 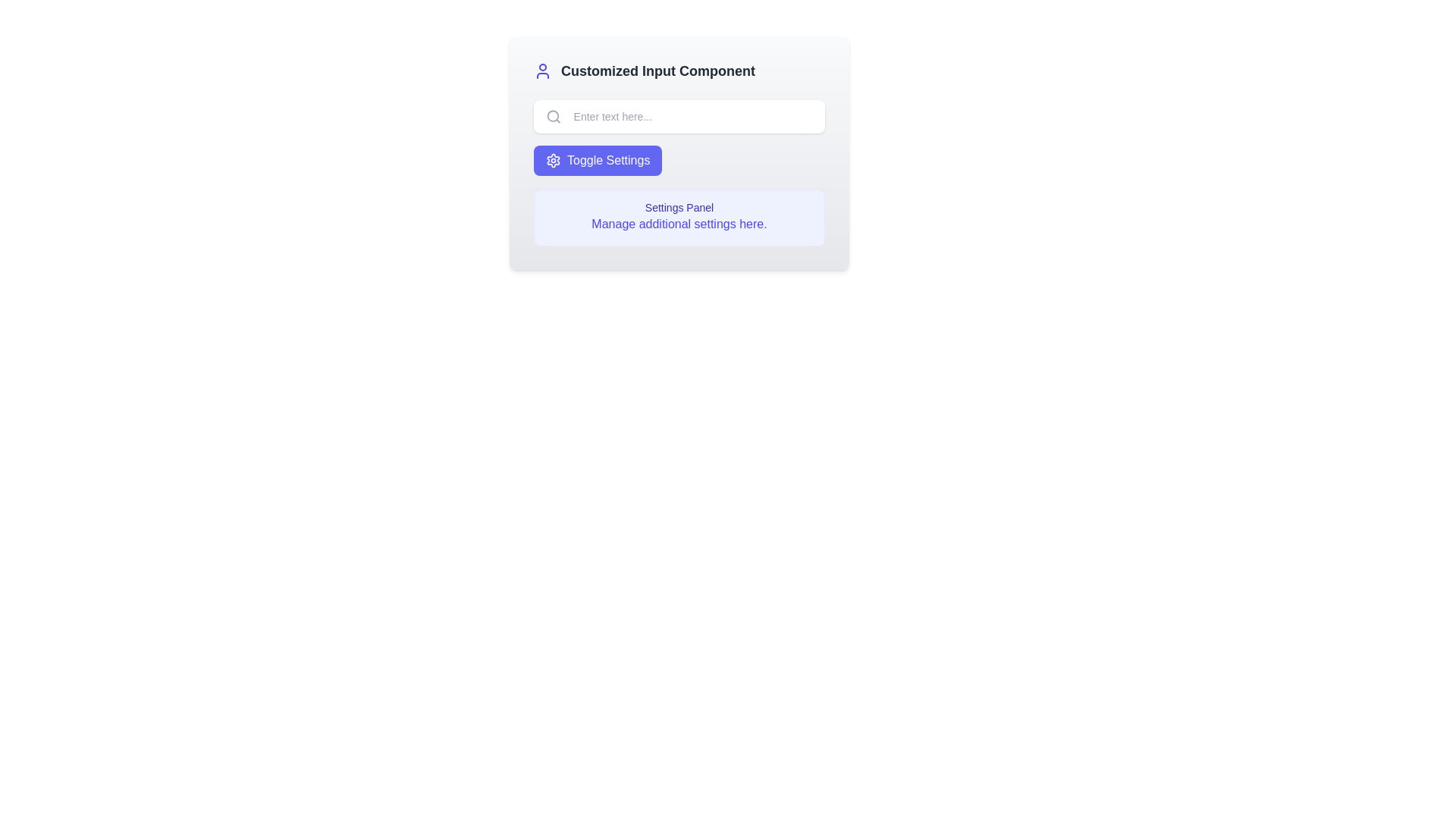 What do you see at coordinates (552, 161) in the screenshot?
I see `the gear icon within the 'Toggle Settings' button` at bounding box center [552, 161].